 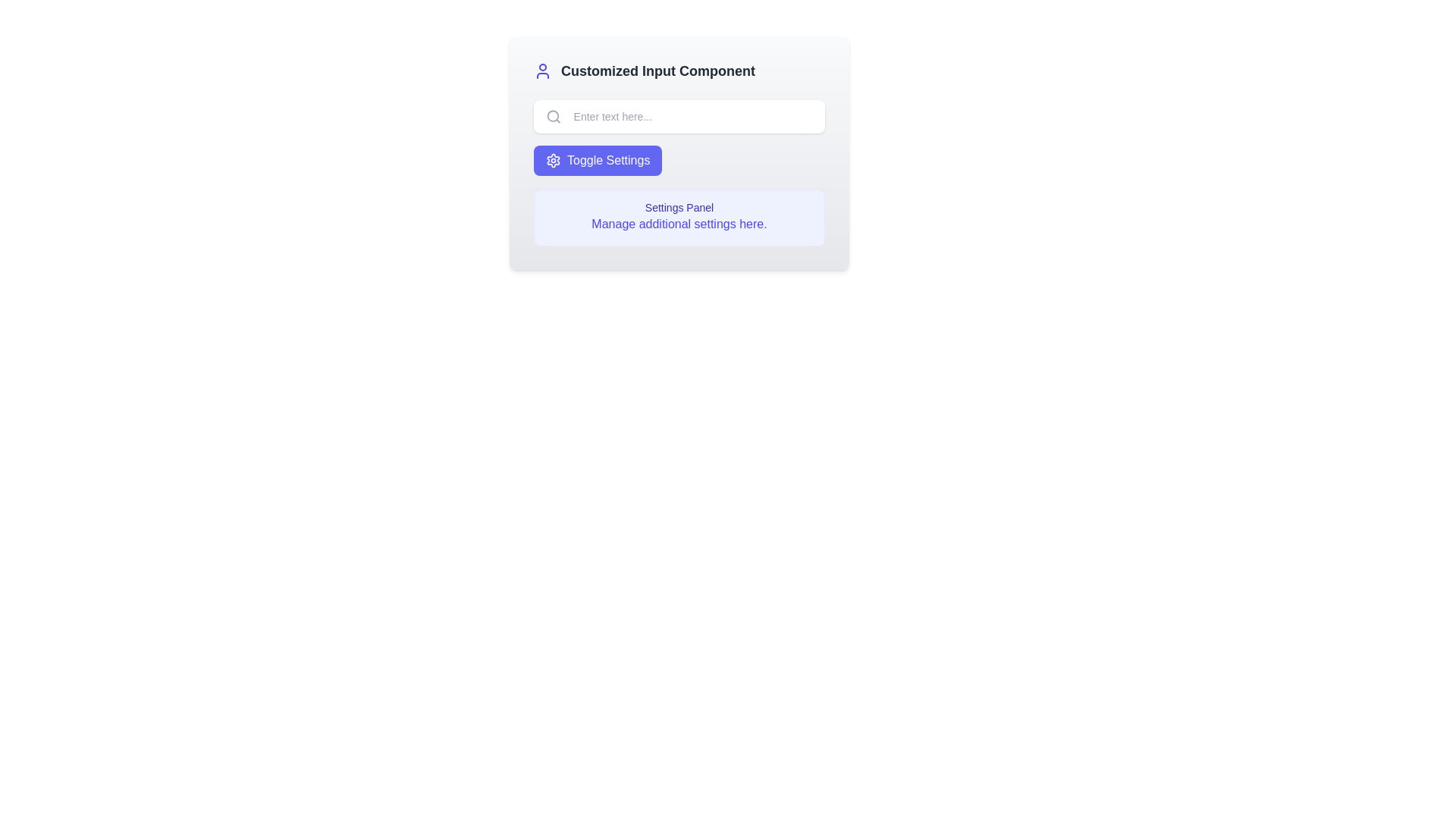 What do you see at coordinates (552, 161) in the screenshot?
I see `the gear icon within the 'Toggle Settings' button` at bounding box center [552, 161].